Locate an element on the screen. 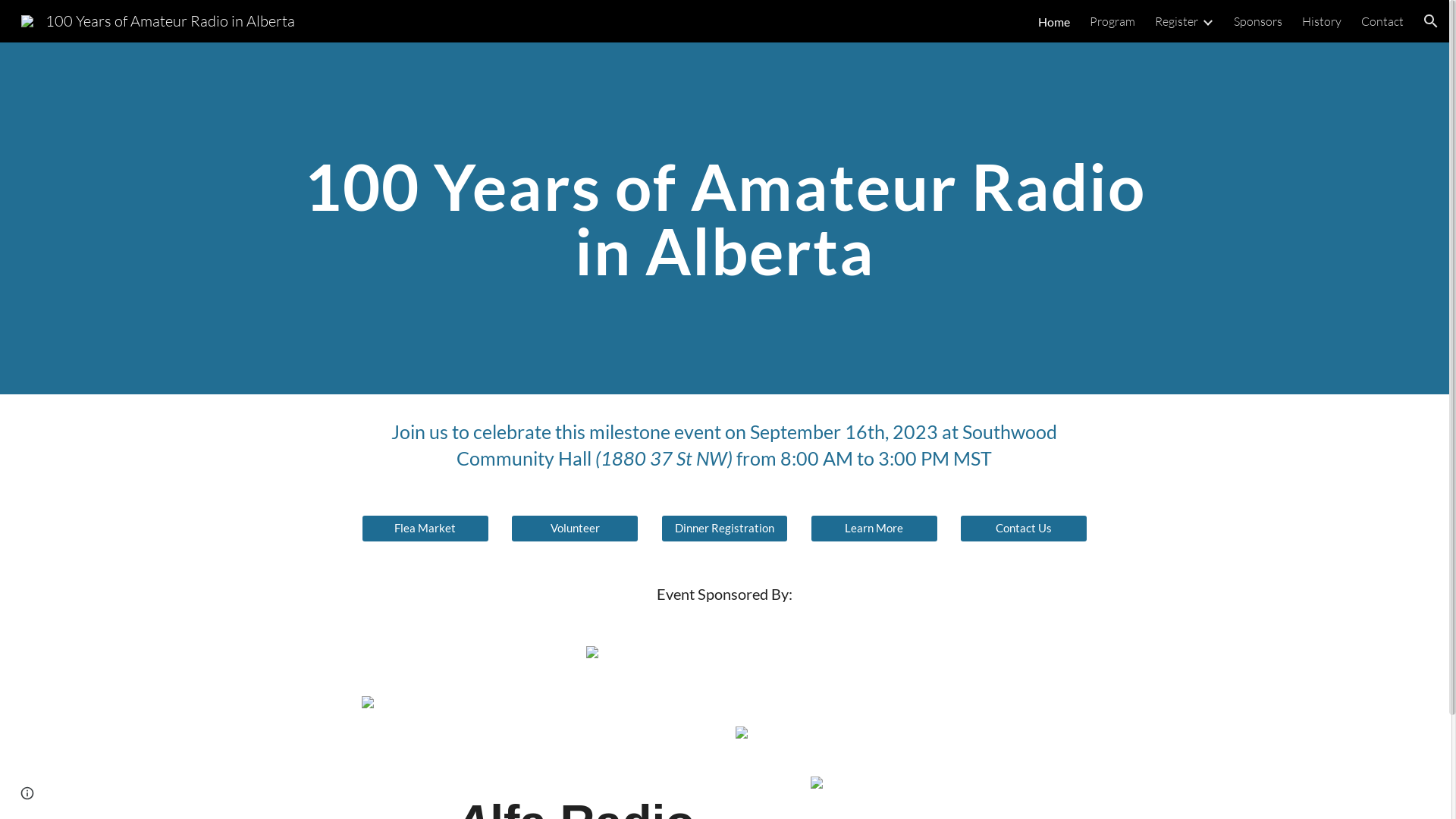 The image size is (1456, 819). 'Contact' is located at coordinates (1382, 20).